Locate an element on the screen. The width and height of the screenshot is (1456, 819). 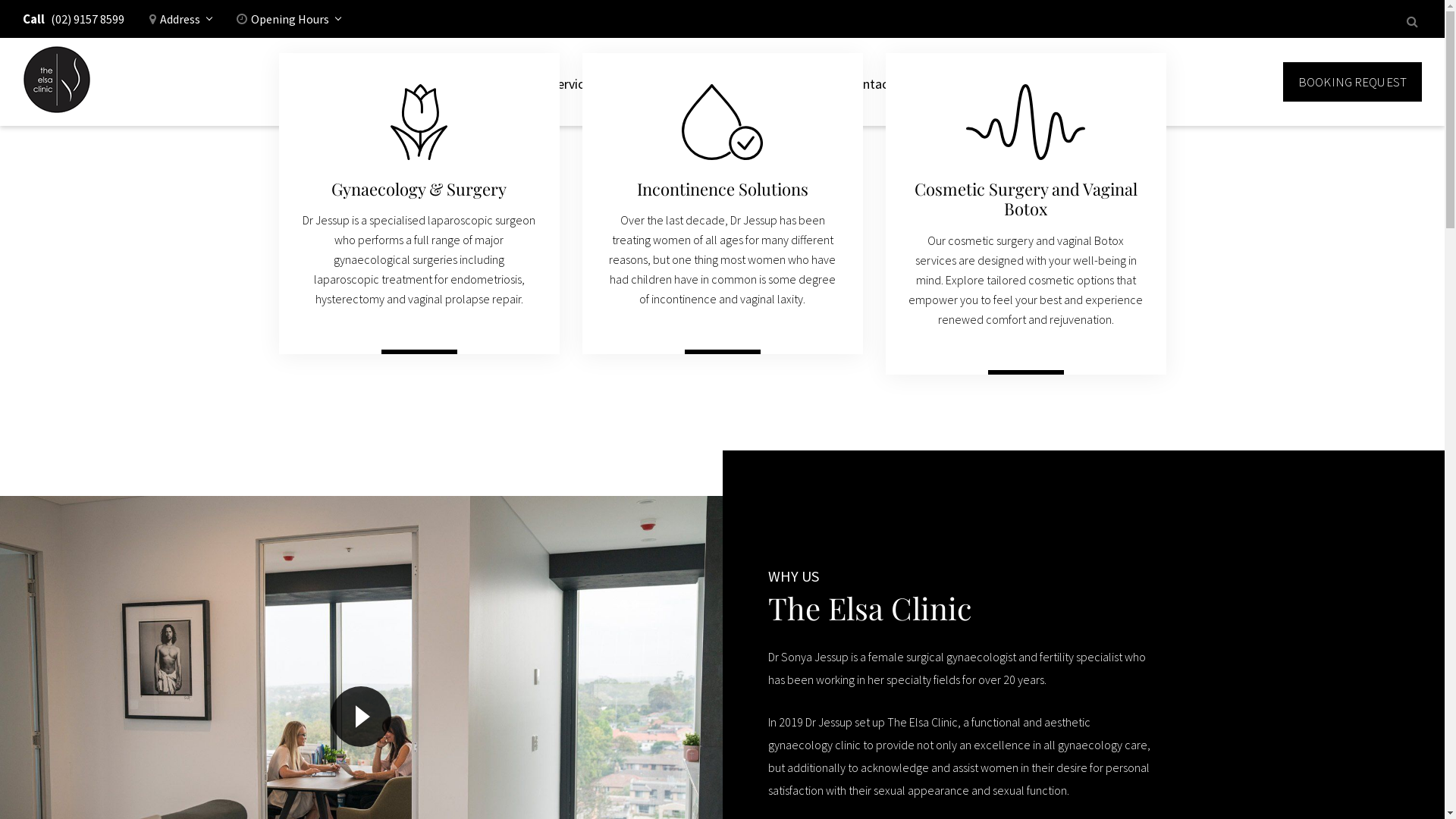
'About Us' is located at coordinates (654, 82).